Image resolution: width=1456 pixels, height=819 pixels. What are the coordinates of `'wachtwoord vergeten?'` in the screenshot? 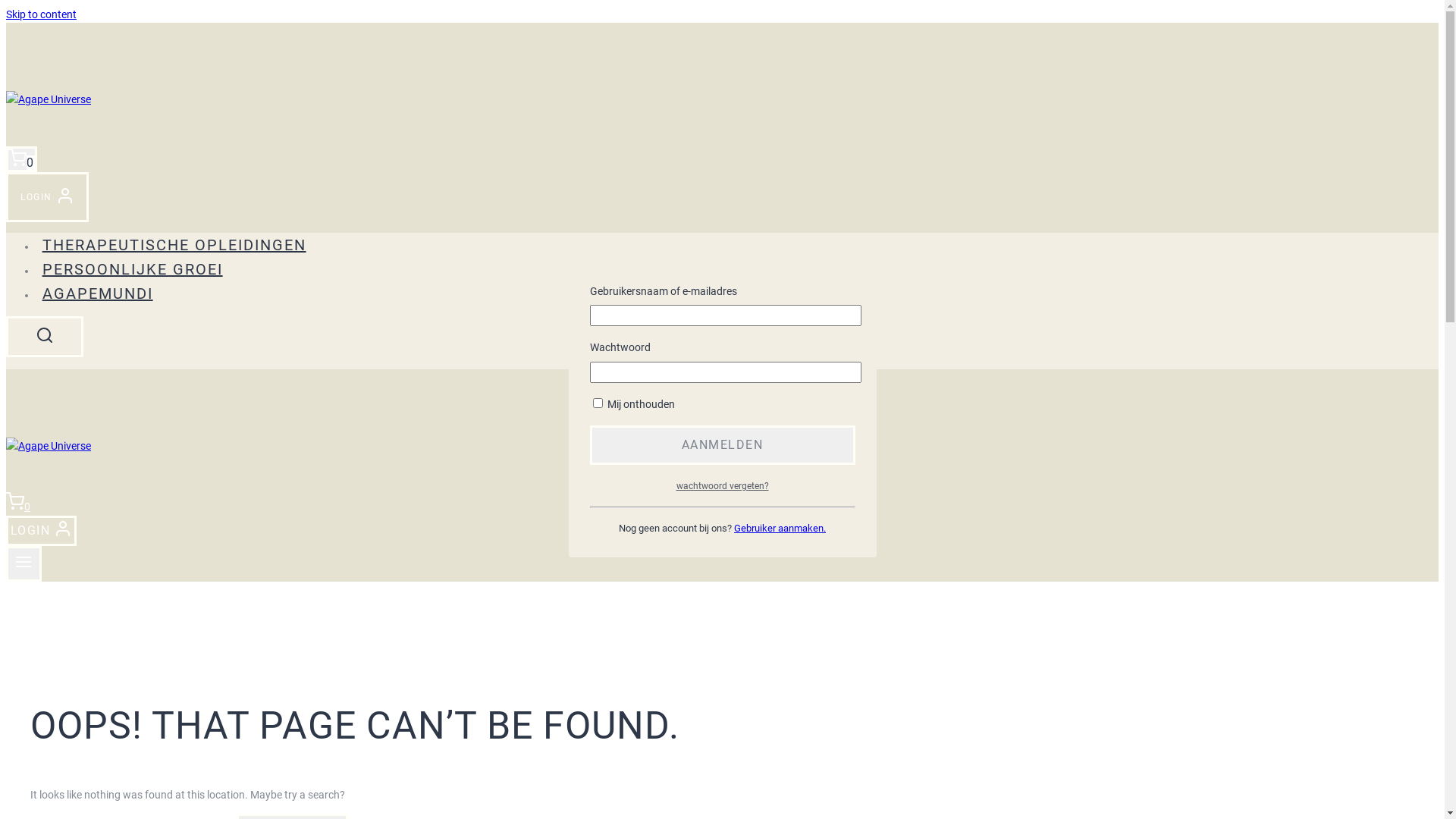 It's located at (722, 485).